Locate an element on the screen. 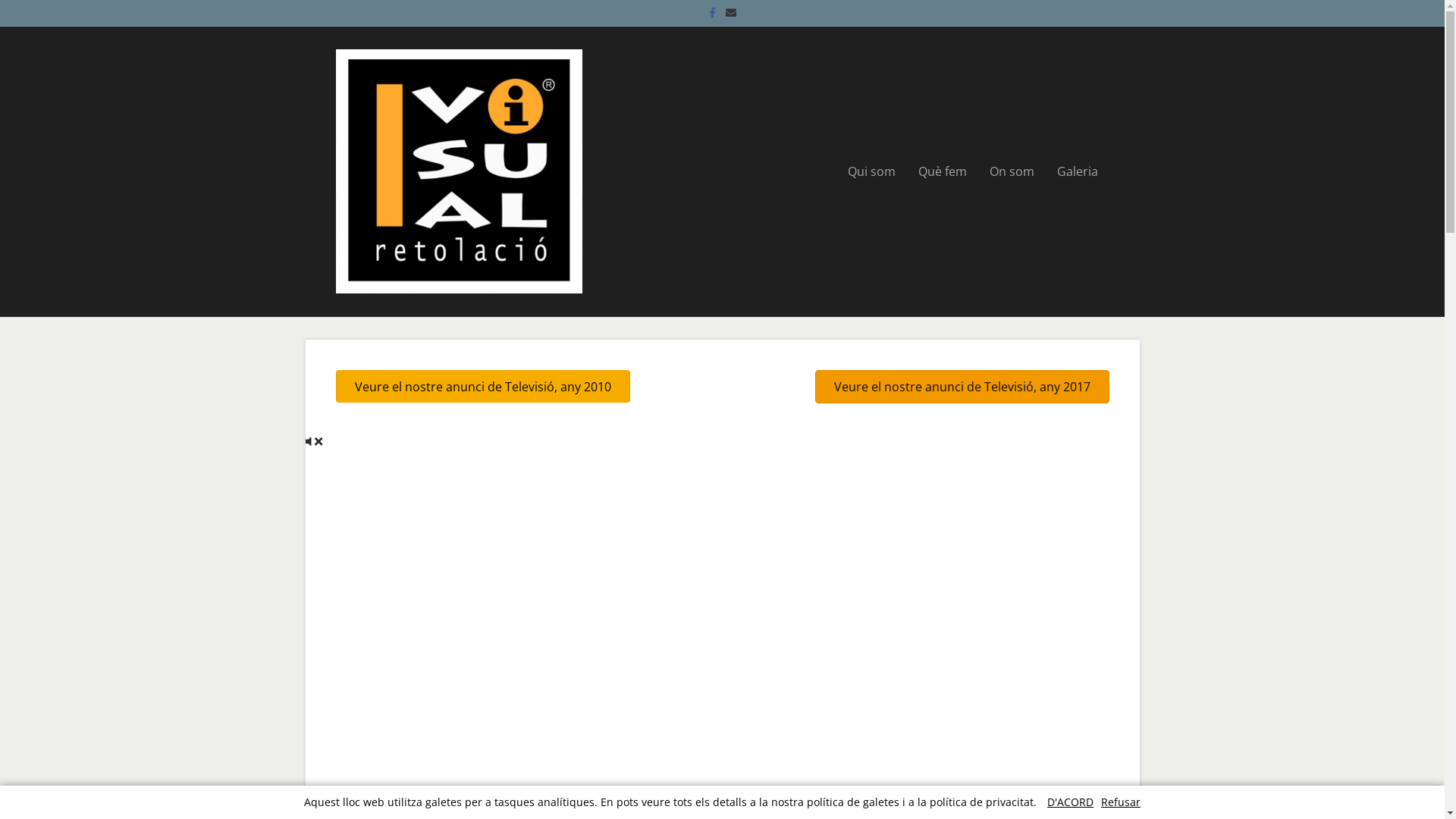 The image size is (1456, 819). 'Email' is located at coordinates (731, 11).